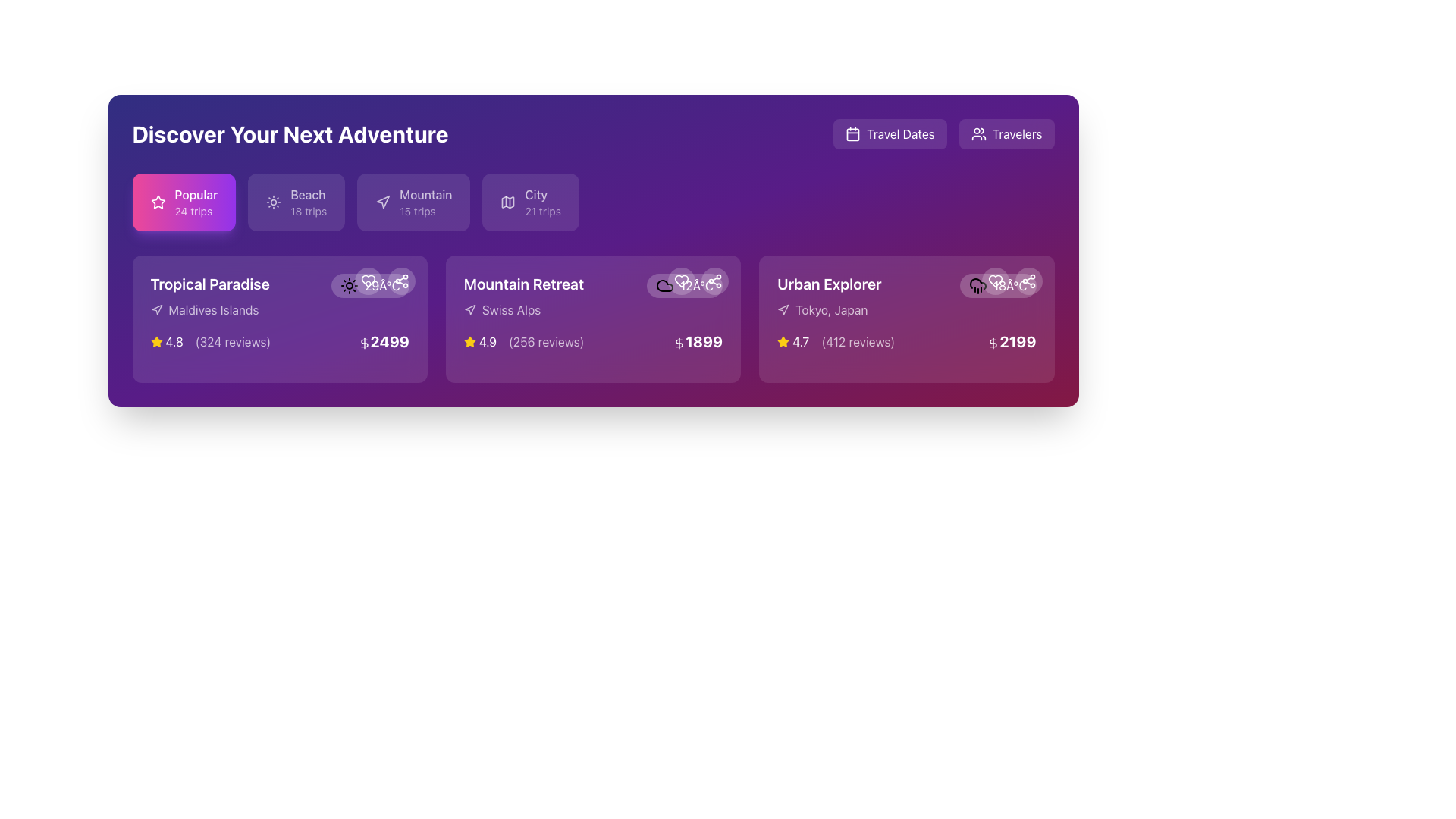  I want to click on the sun icon located in the Beach card, positioned to the left of '18 trips' and above 'Beach', so click(274, 201).